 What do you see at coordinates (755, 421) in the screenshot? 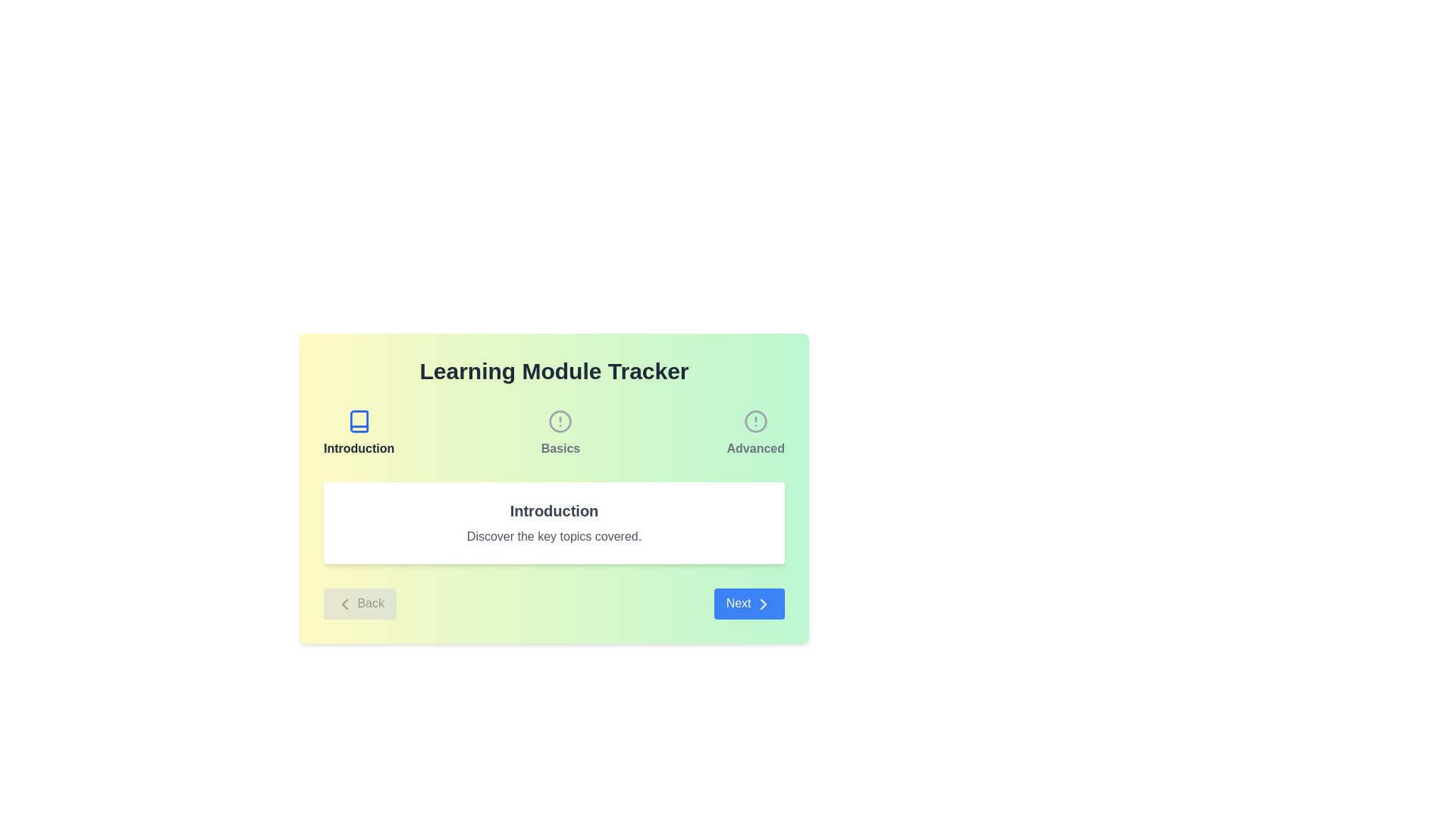
I see `the circular graphic element within the 'Advanced' icon in the Learning Module Tracker interface` at bounding box center [755, 421].